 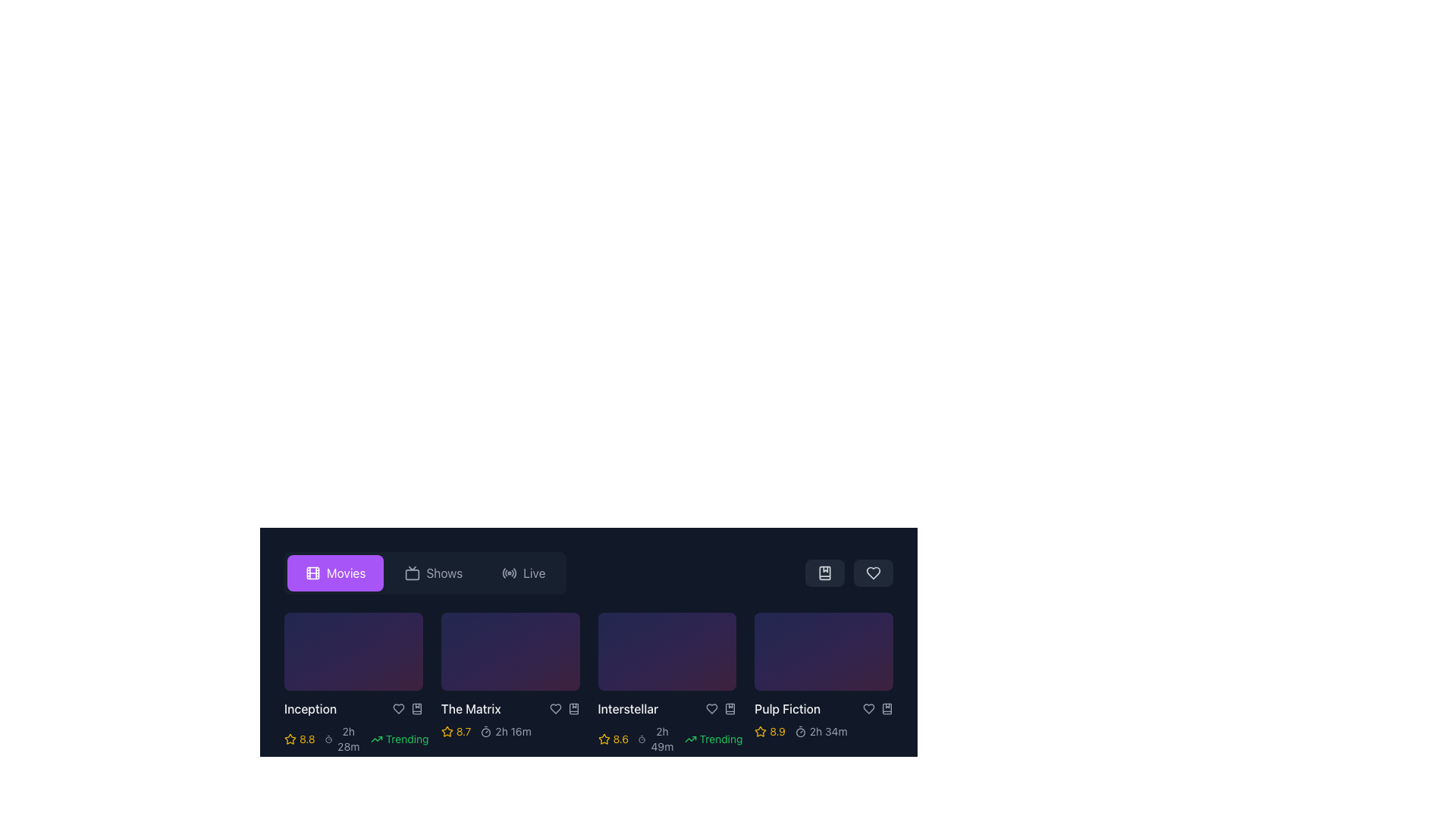 What do you see at coordinates (573, 708) in the screenshot?
I see `the bookmark icon button located to the left of the heart icon in 'The Matrix' section to change its color to purple` at bounding box center [573, 708].